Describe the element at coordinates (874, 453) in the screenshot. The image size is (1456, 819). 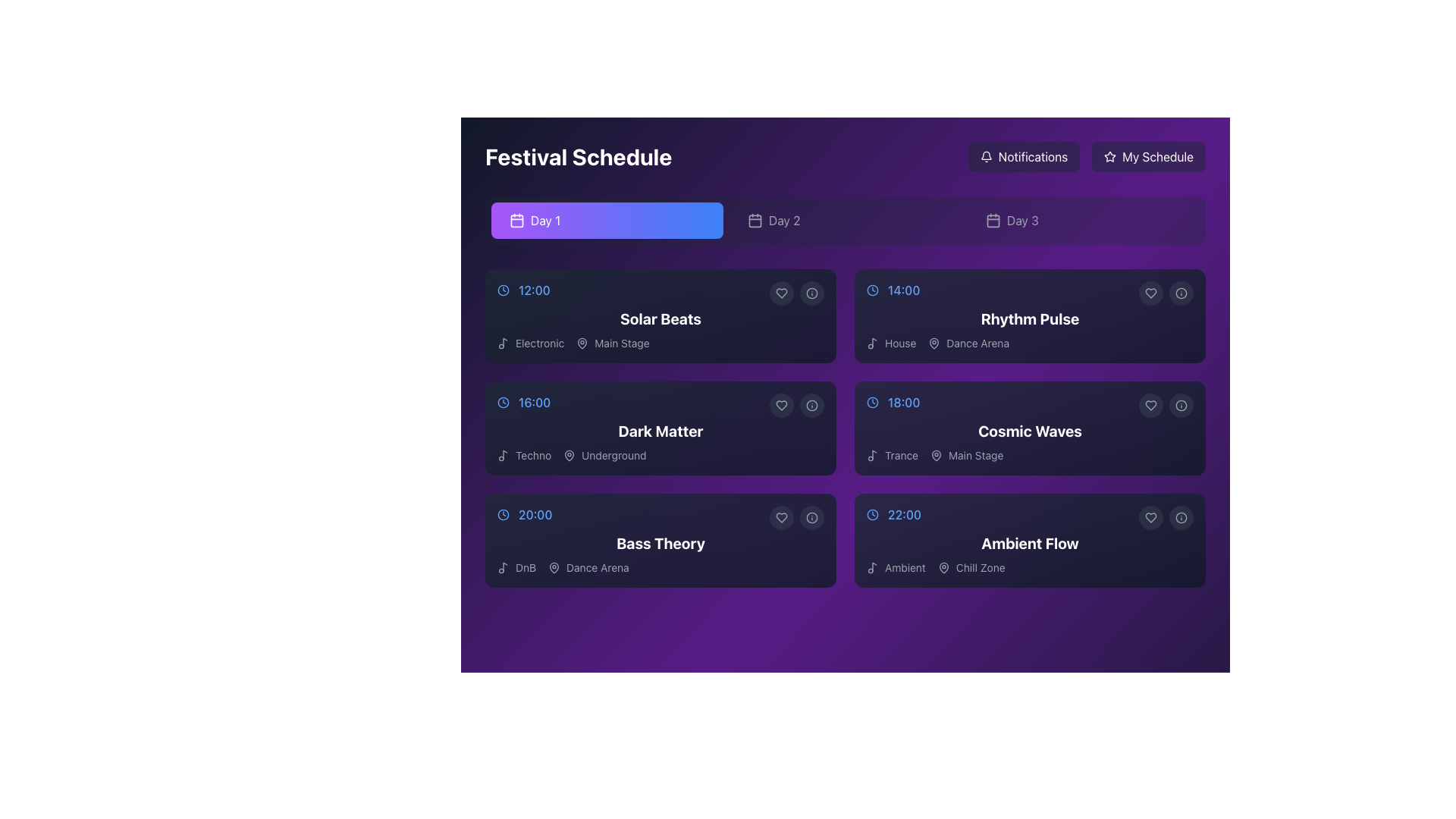
I see `the musical note icon located in the 'Trance' section of the 'Cosmic Waves' schedule card` at that location.